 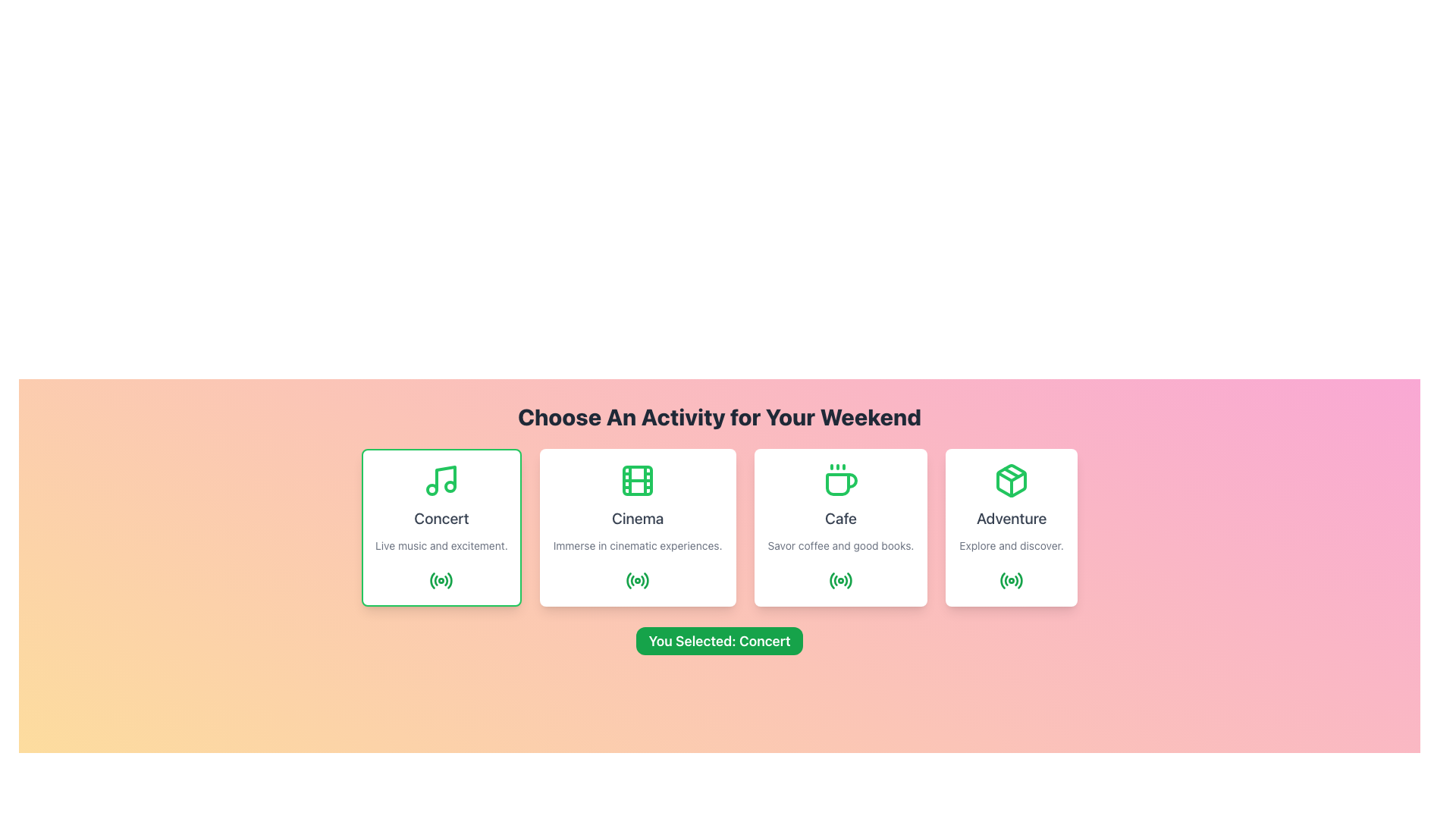 What do you see at coordinates (719, 641) in the screenshot?
I see `the text label confirming the user's selection of the 'Concert' option, located at the bottom of the interface, horizontally centered` at bounding box center [719, 641].